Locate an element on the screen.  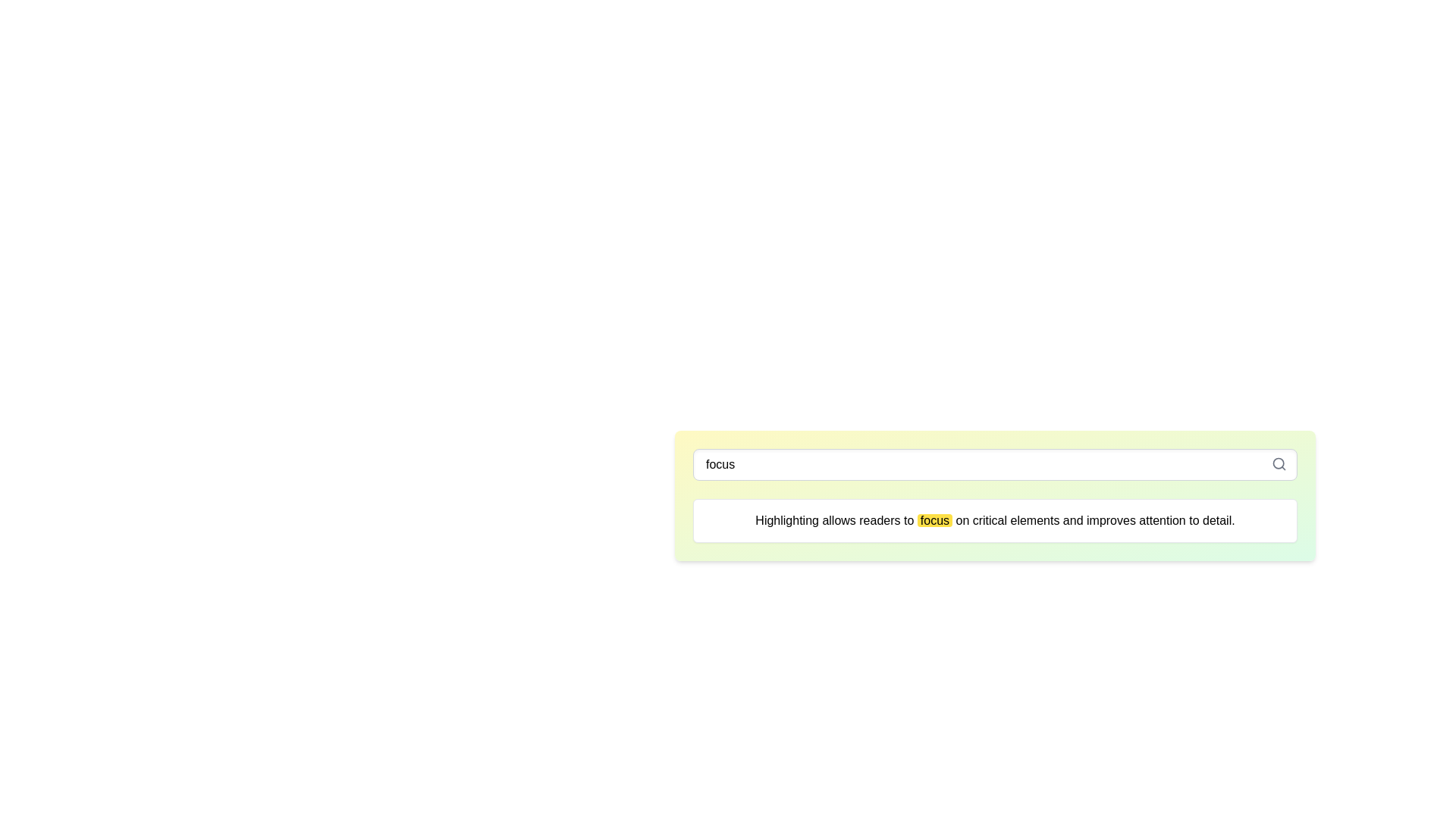
the highlighted word 'focus' within the sentence, which is emphasized by a yellow box, to draw attention to its importance is located at coordinates (934, 519).